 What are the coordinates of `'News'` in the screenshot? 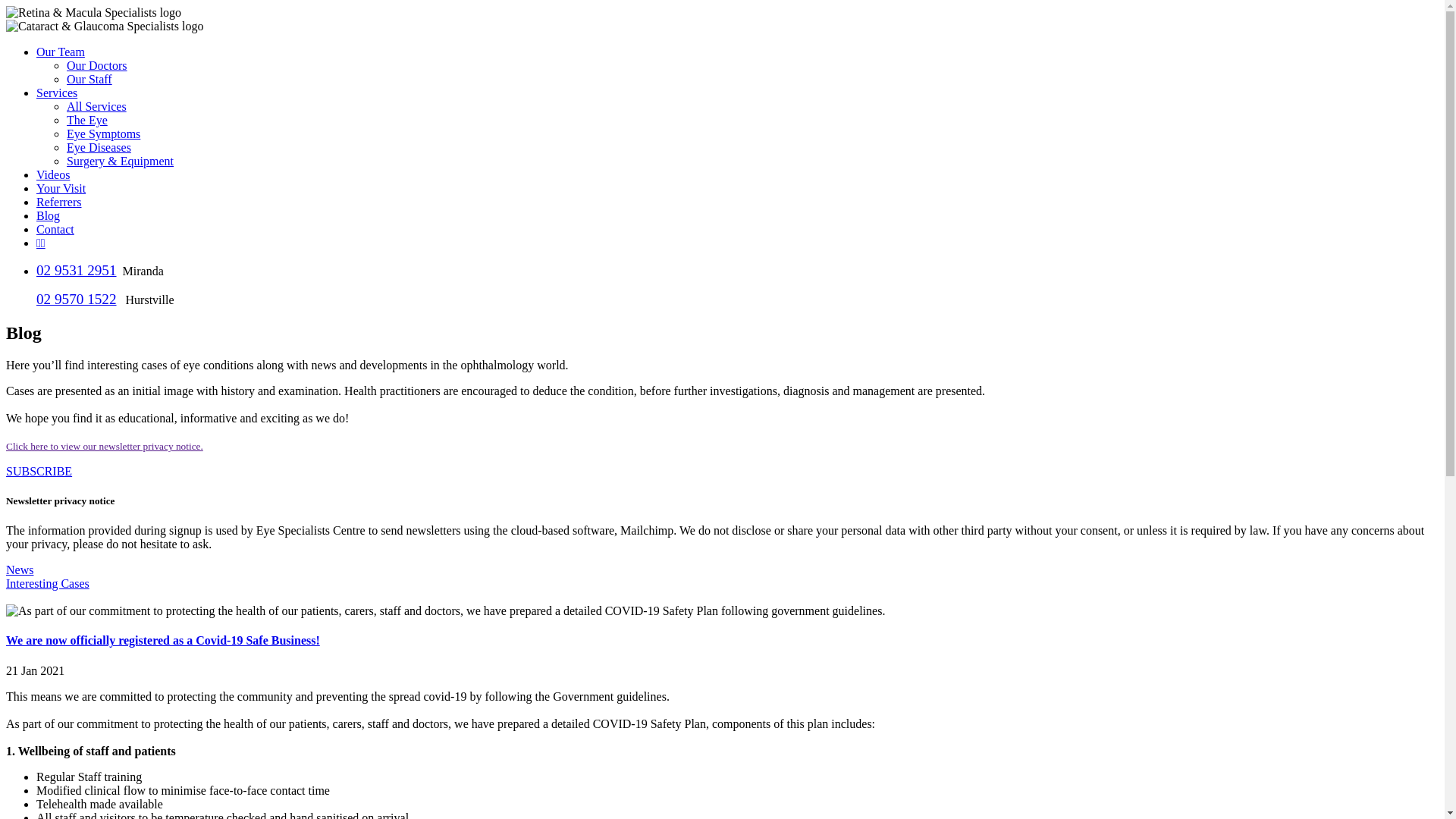 It's located at (19, 570).